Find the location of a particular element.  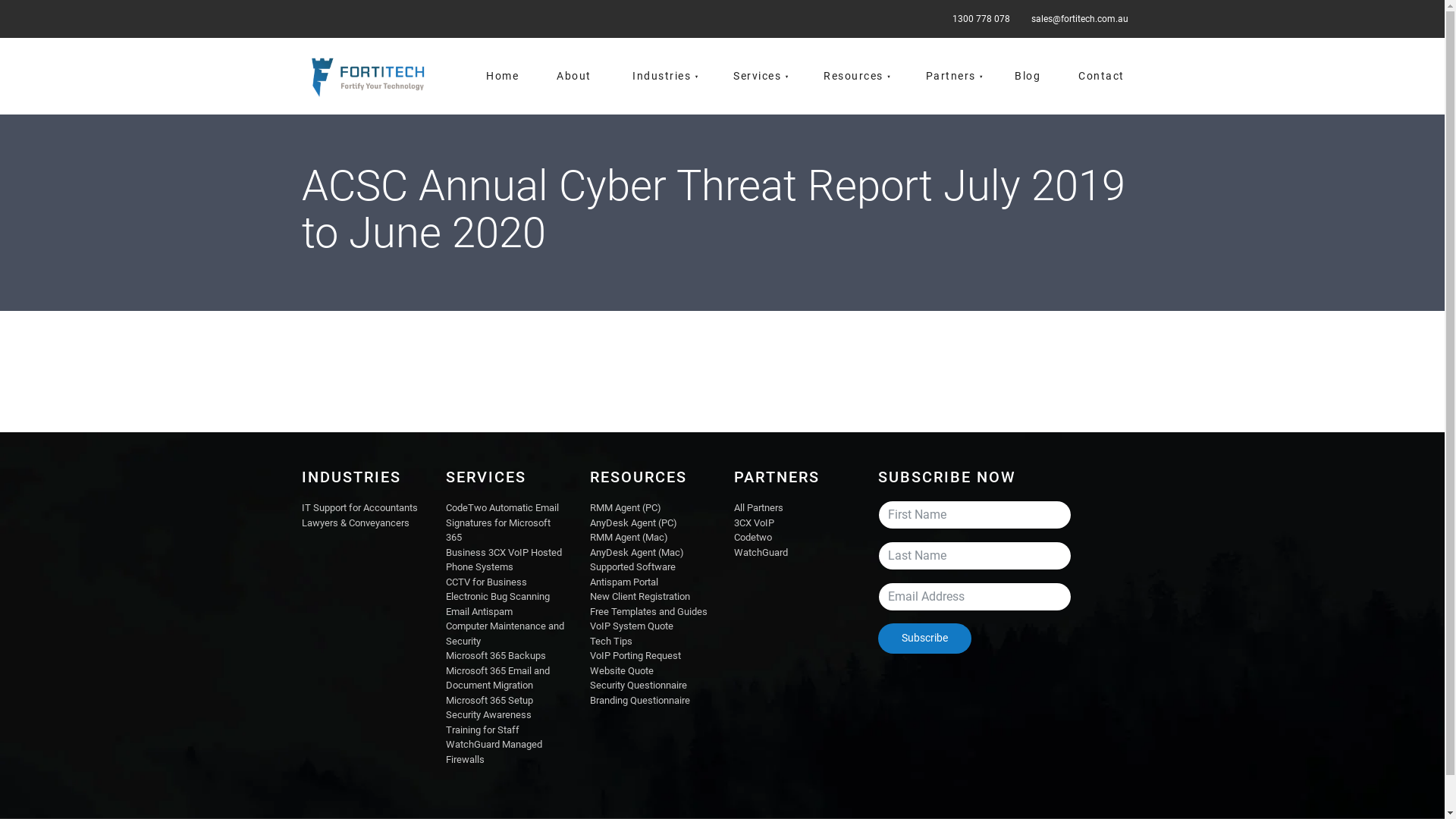

'Resources' is located at coordinates (800, 76).